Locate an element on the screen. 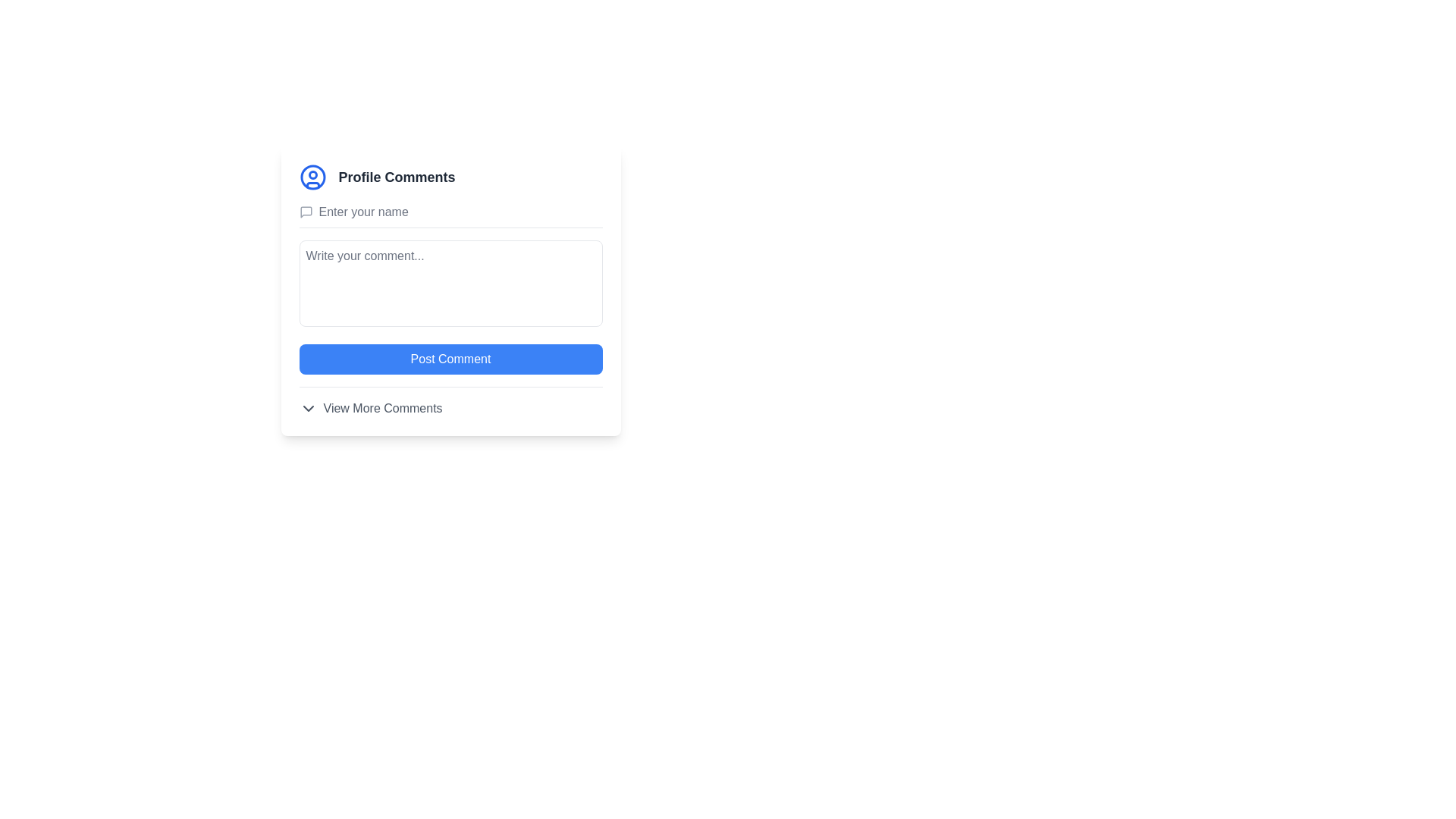 The width and height of the screenshot is (1456, 819). the downward-pointing chevron icon located to the left of the 'View More Comments' text is located at coordinates (307, 408).